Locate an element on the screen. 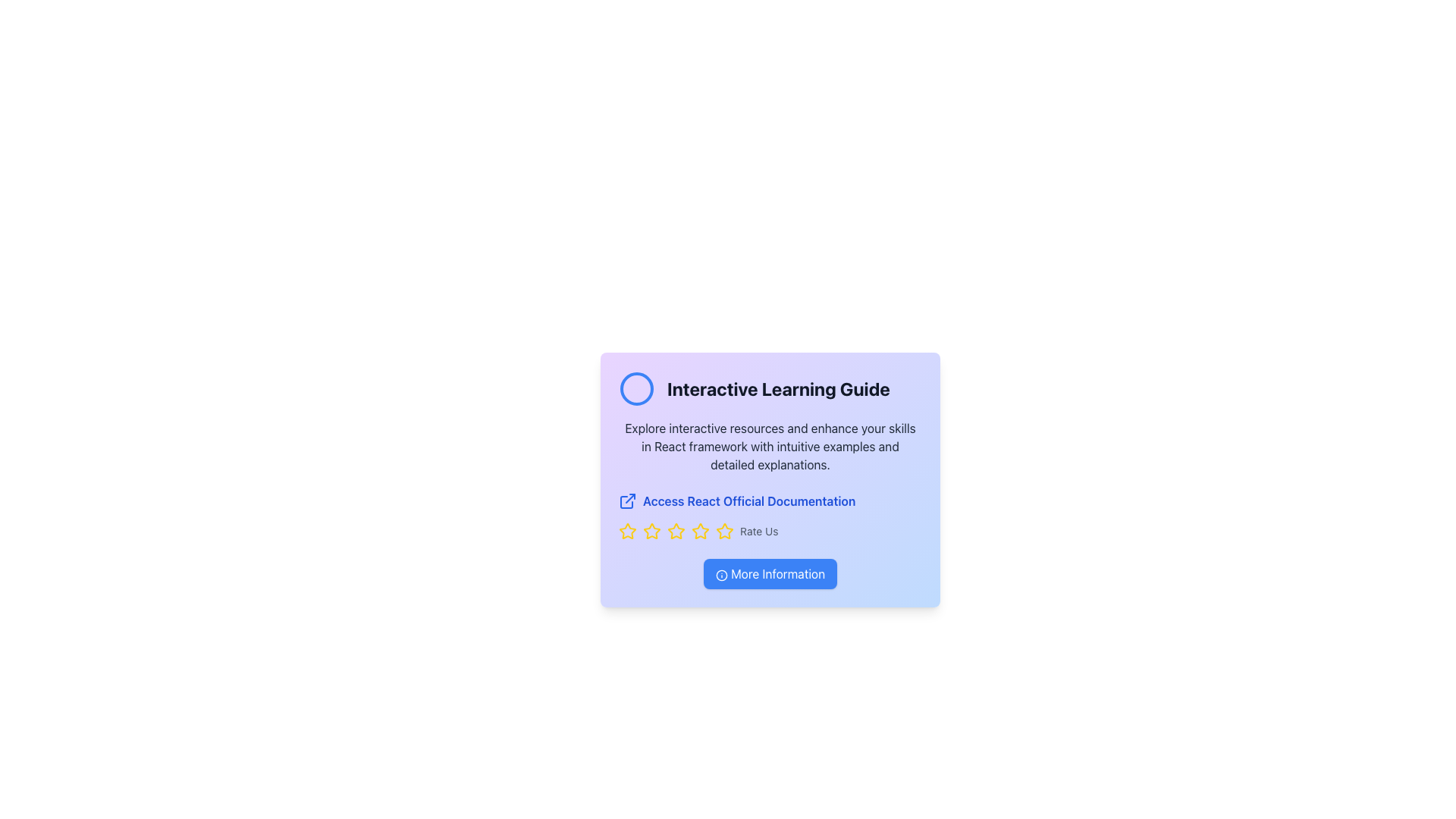  the fifth star icon outlined in yellow is located at coordinates (676, 531).